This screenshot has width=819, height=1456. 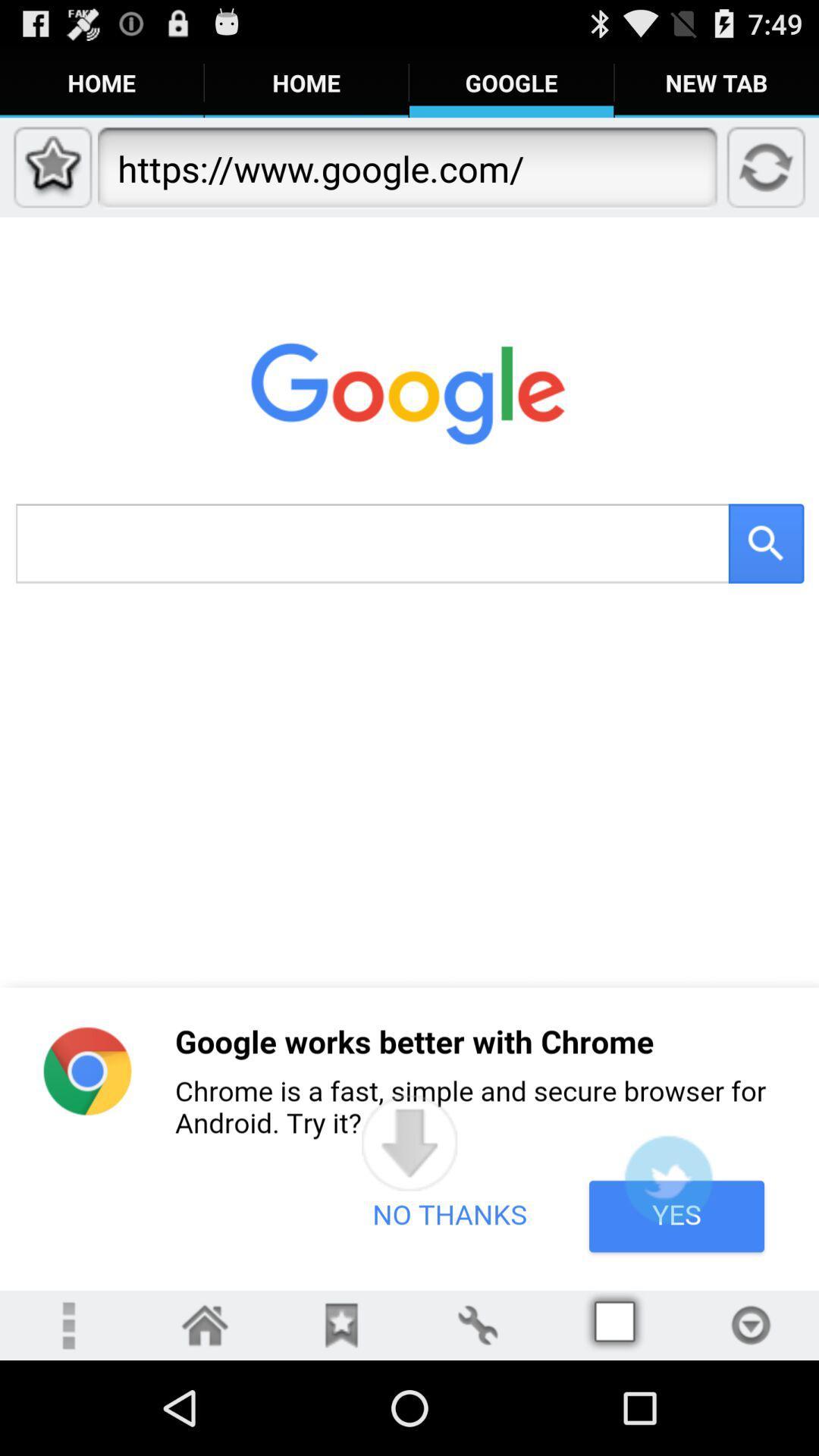 What do you see at coordinates (751, 1324) in the screenshot?
I see `acess dropdown menu` at bounding box center [751, 1324].